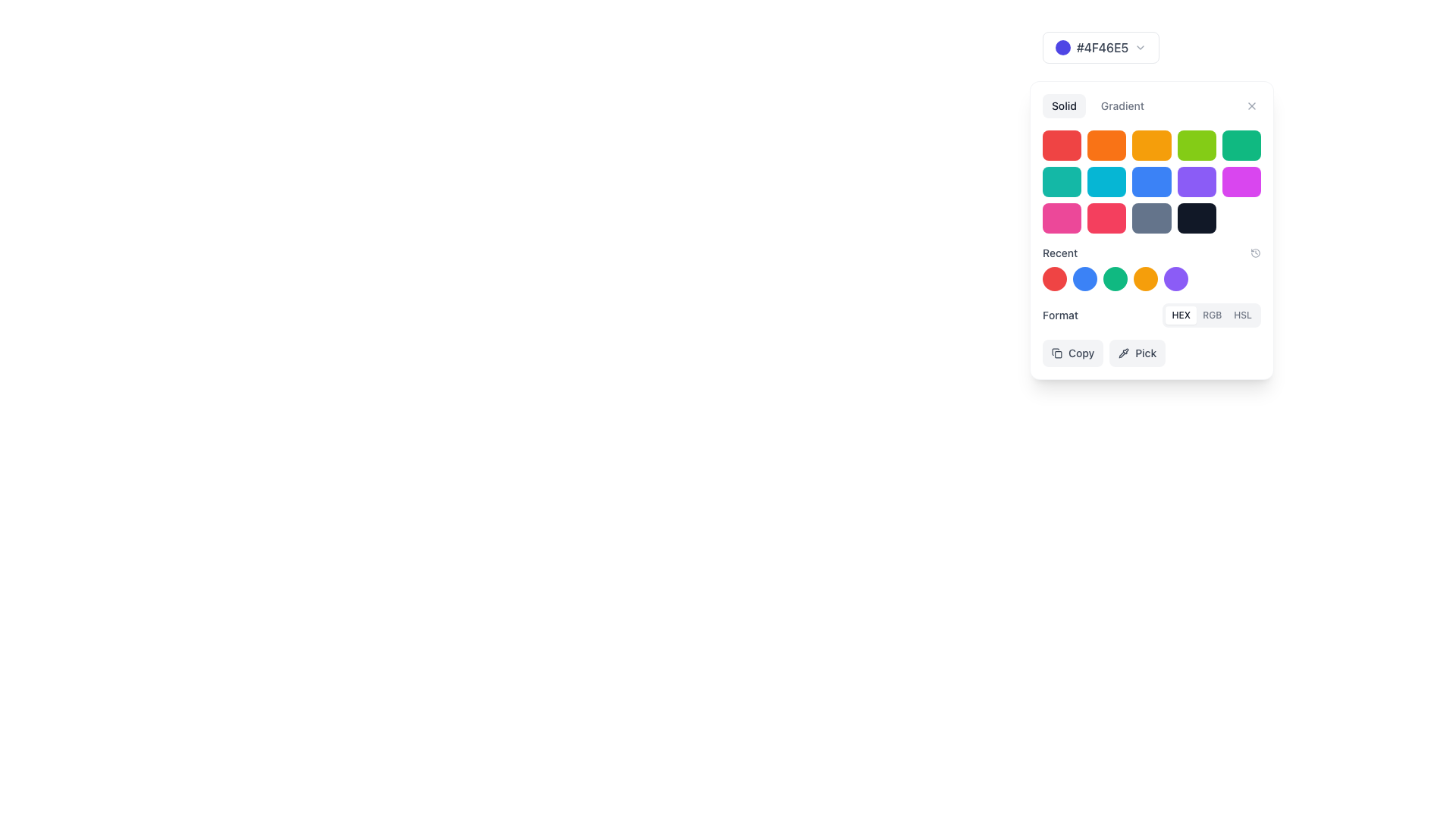 The height and width of the screenshot is (819, 1456). I want to click on to select the 'Solid' option in the Toggle Button Group, which is the first element in the color selection panel and features a light gray background with bold black text, so click(1097, 105).